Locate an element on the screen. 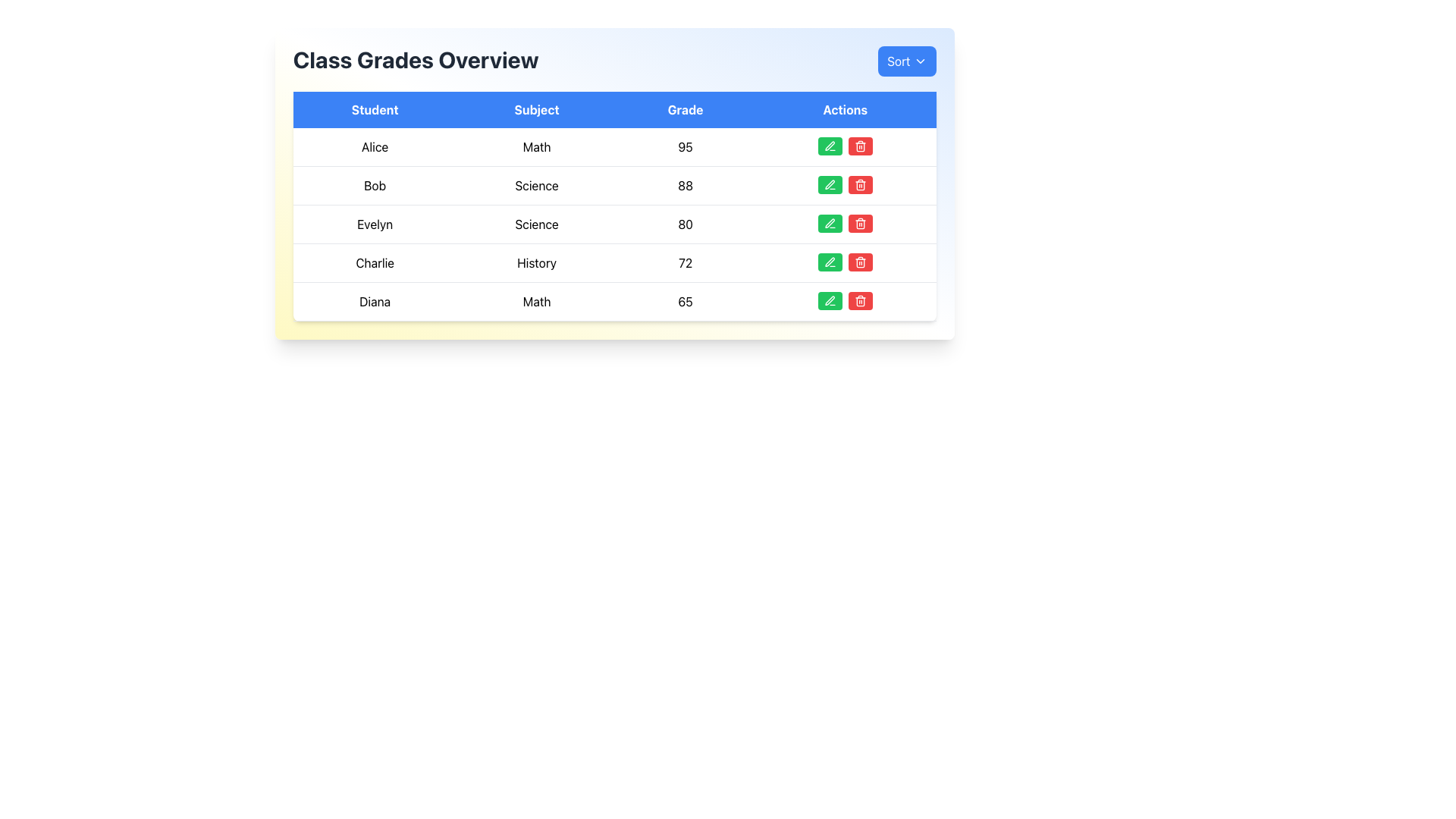 This screenshot has height=819, width=1456. text from the table within the rectangular panel that has a gradient background from yellow to blue and rounded borders, which contains headers 'Student', 'Subject', 'Grade', and 'Actions' is located at coordinates (614, 183).